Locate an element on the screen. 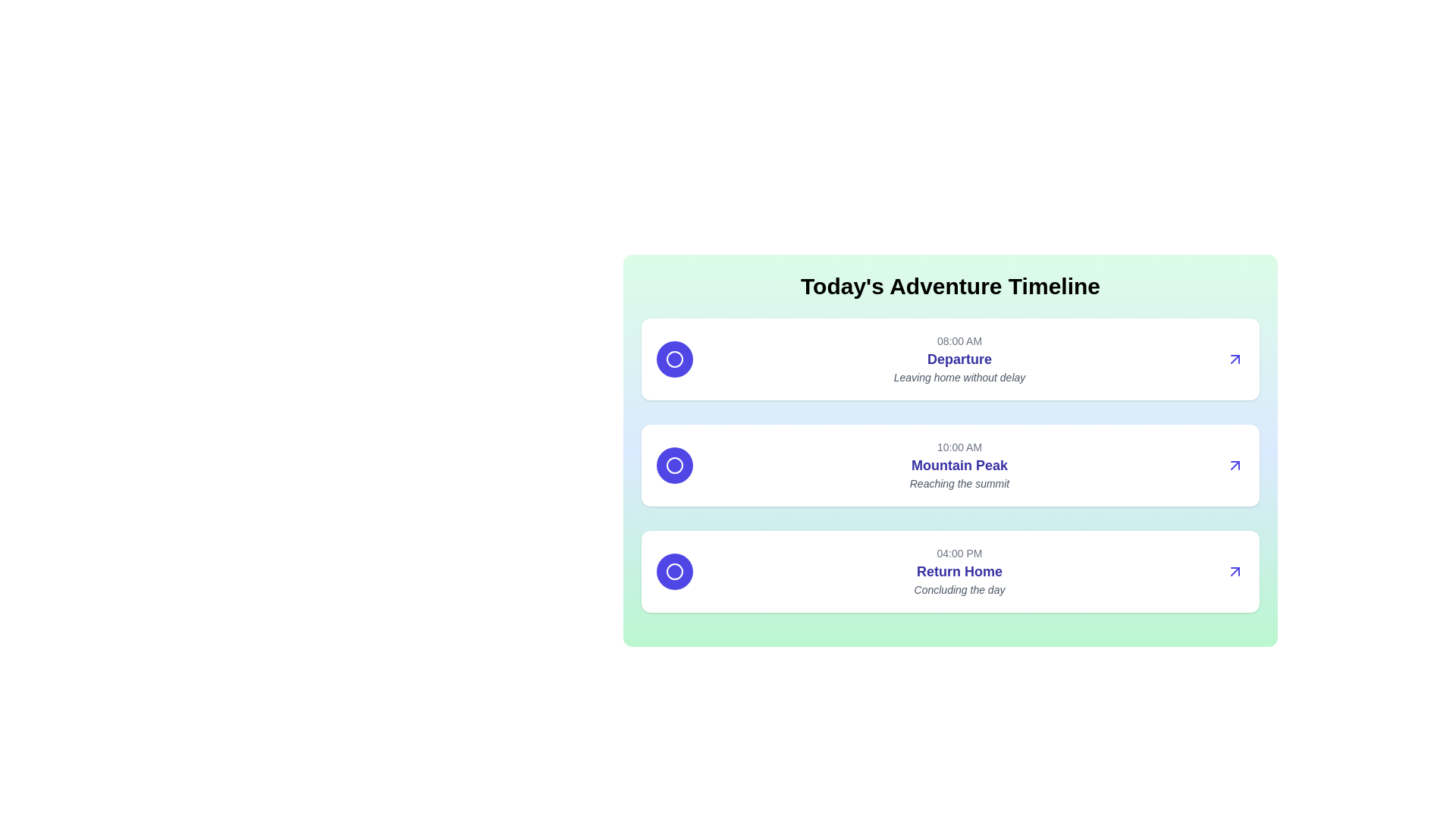 This screenshot has width=1456, height=819. the circular SVG-based vector graphic icon with a white stroke and hollow center, located as the leftmost icon in the topmost section of the timeline list is located at coordinates (673, 359).